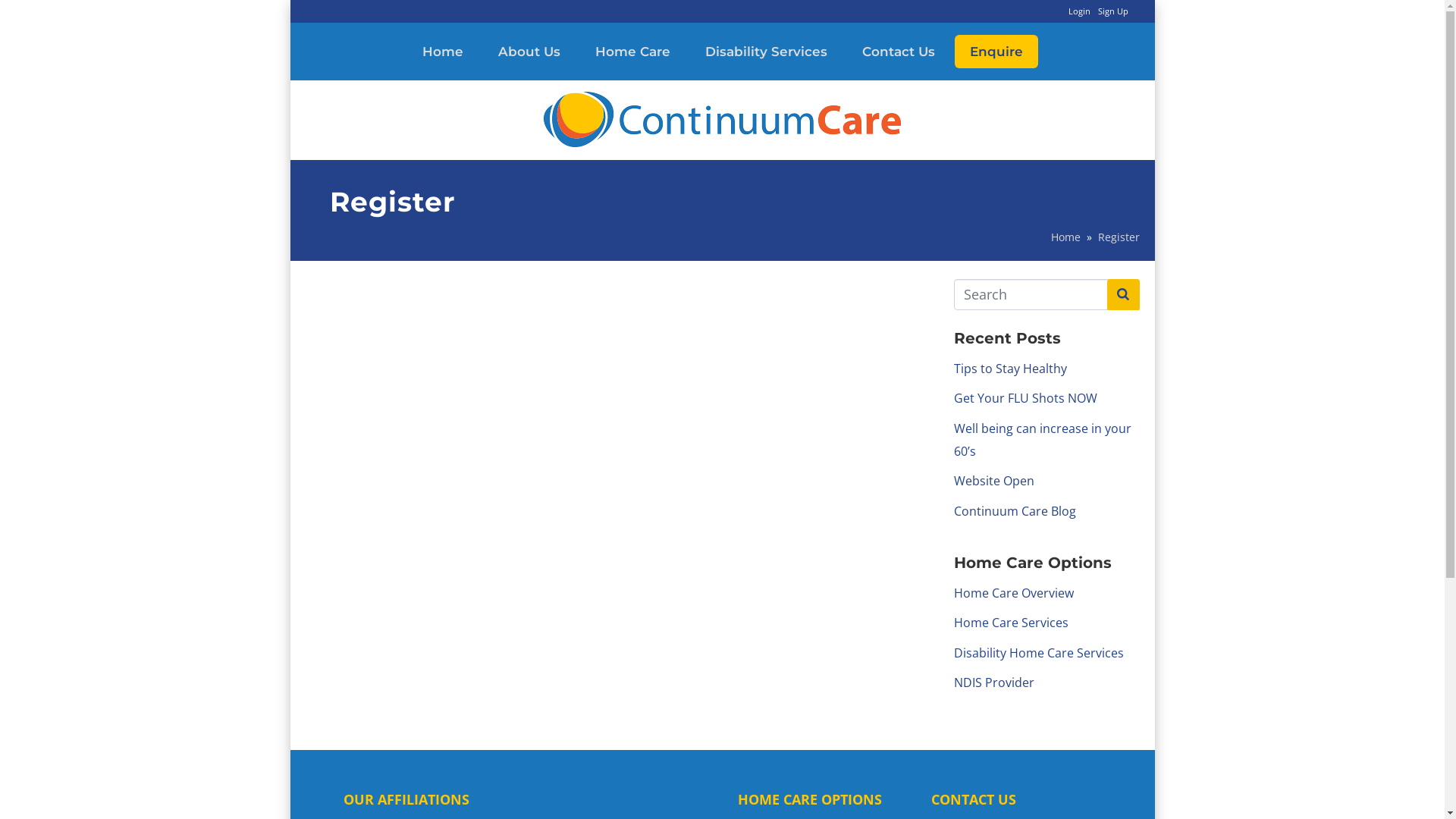 This screenshot has height=819, width=1456. Describe the element at coordinates (766, 51) in the screenshot. I see `'Disability Services'` at that location.